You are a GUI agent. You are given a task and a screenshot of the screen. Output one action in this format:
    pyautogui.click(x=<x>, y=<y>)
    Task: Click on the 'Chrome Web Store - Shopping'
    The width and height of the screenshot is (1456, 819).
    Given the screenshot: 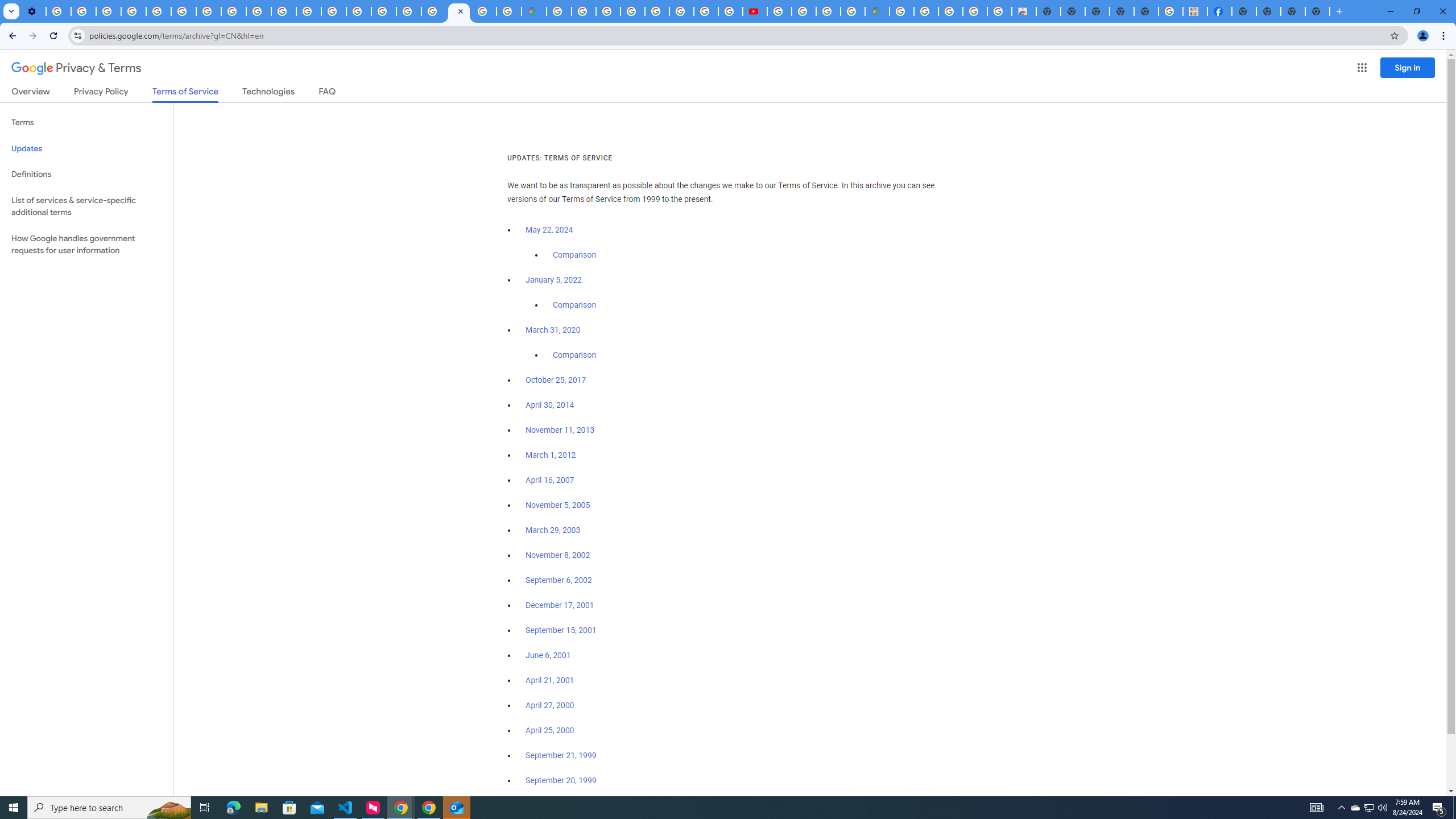 What is the action you would take?
    pyautogui.click(x=1023, y=11)
    